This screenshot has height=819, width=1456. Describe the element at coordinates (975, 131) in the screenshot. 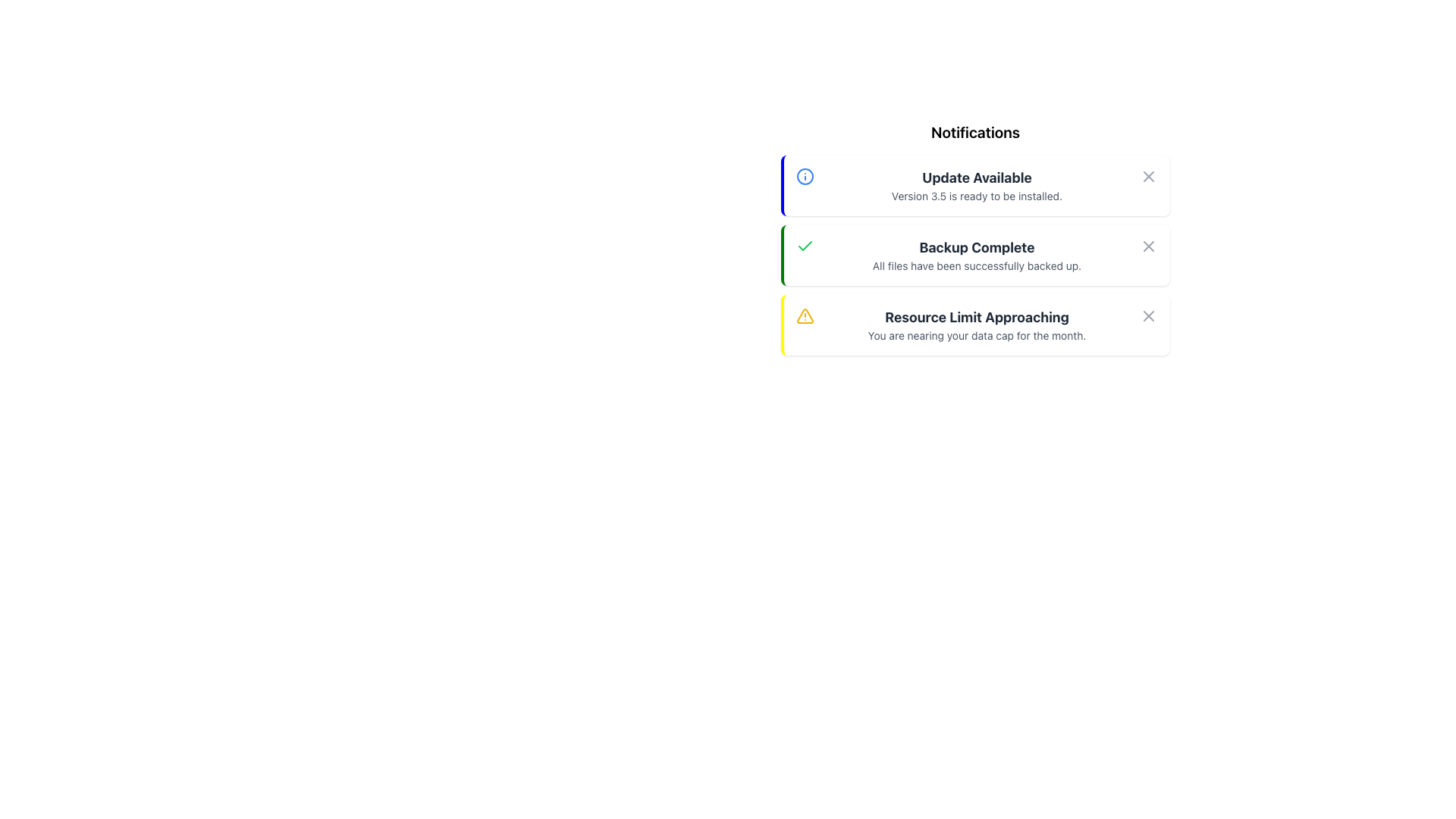

I see `the Text Label that informs the user about the content of the panel containing notifications, located at the top above the first notification item labeled 'Update Available'` at that location.